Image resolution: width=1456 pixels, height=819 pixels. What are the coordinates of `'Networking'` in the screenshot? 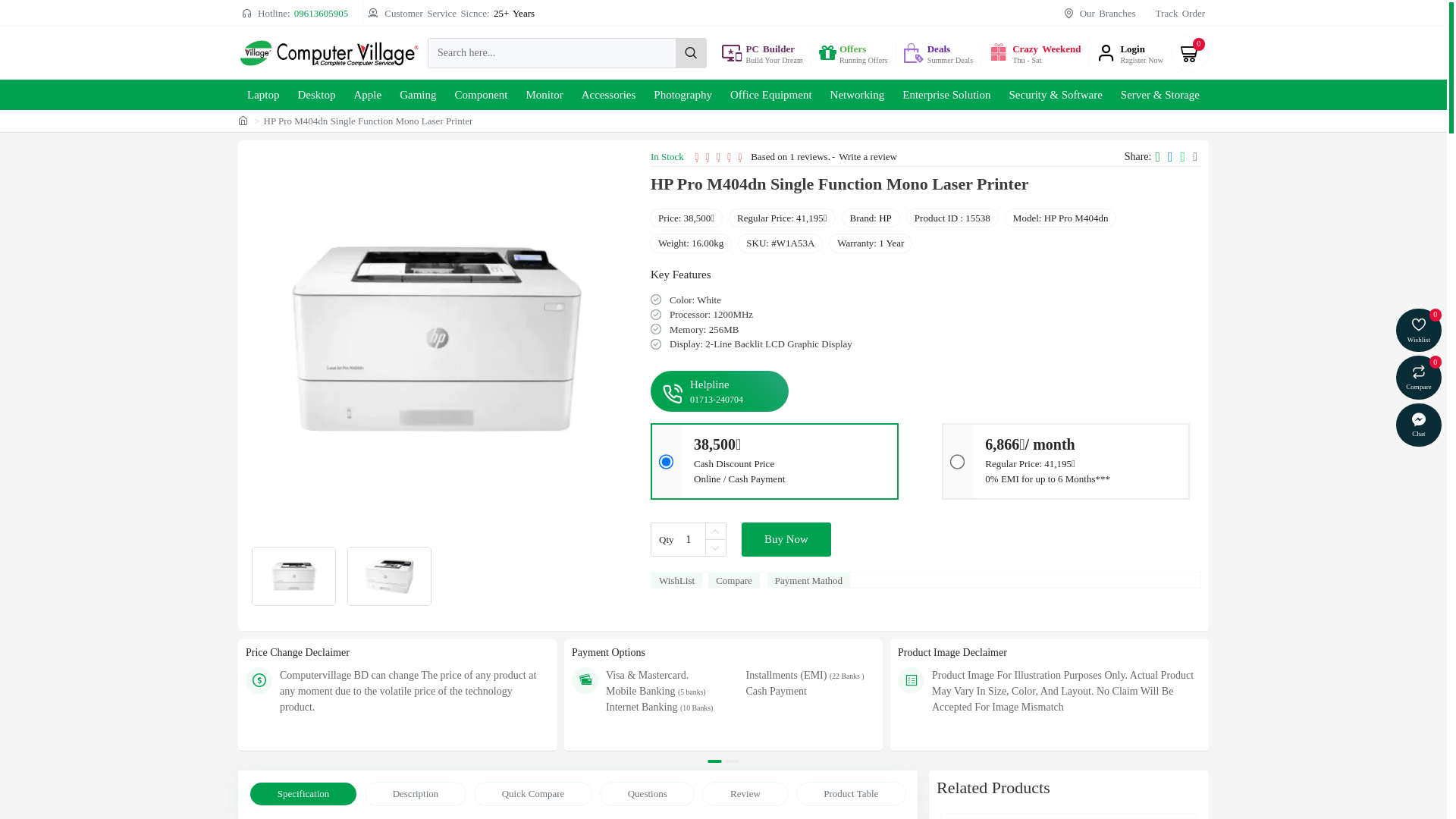 It's located at (858, 94).